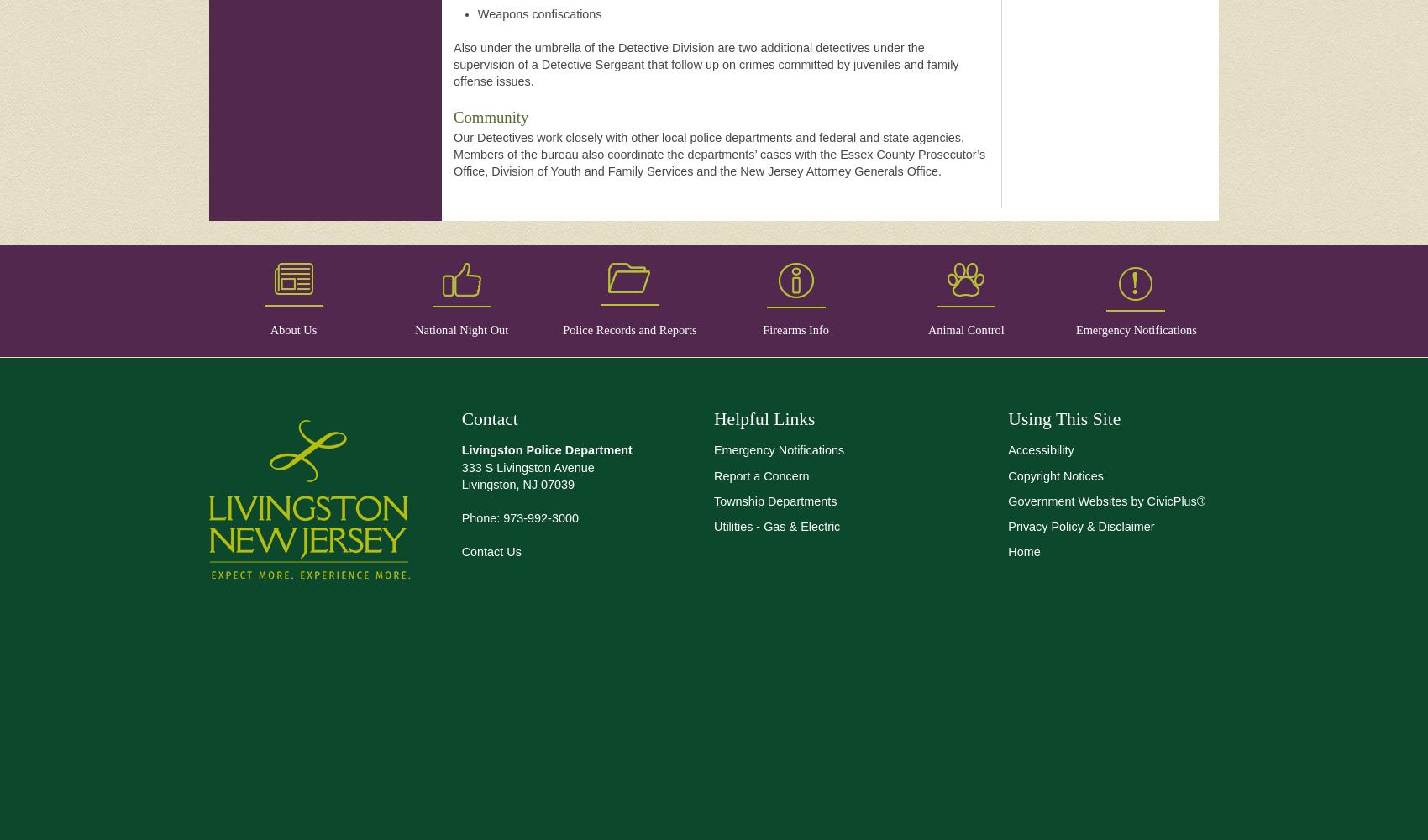 This screenshot has height=840, width=1428. What do you see at coordinates (292, 330) in the screenshot?
I see `'About Us'` at bounding box center [292, 330].